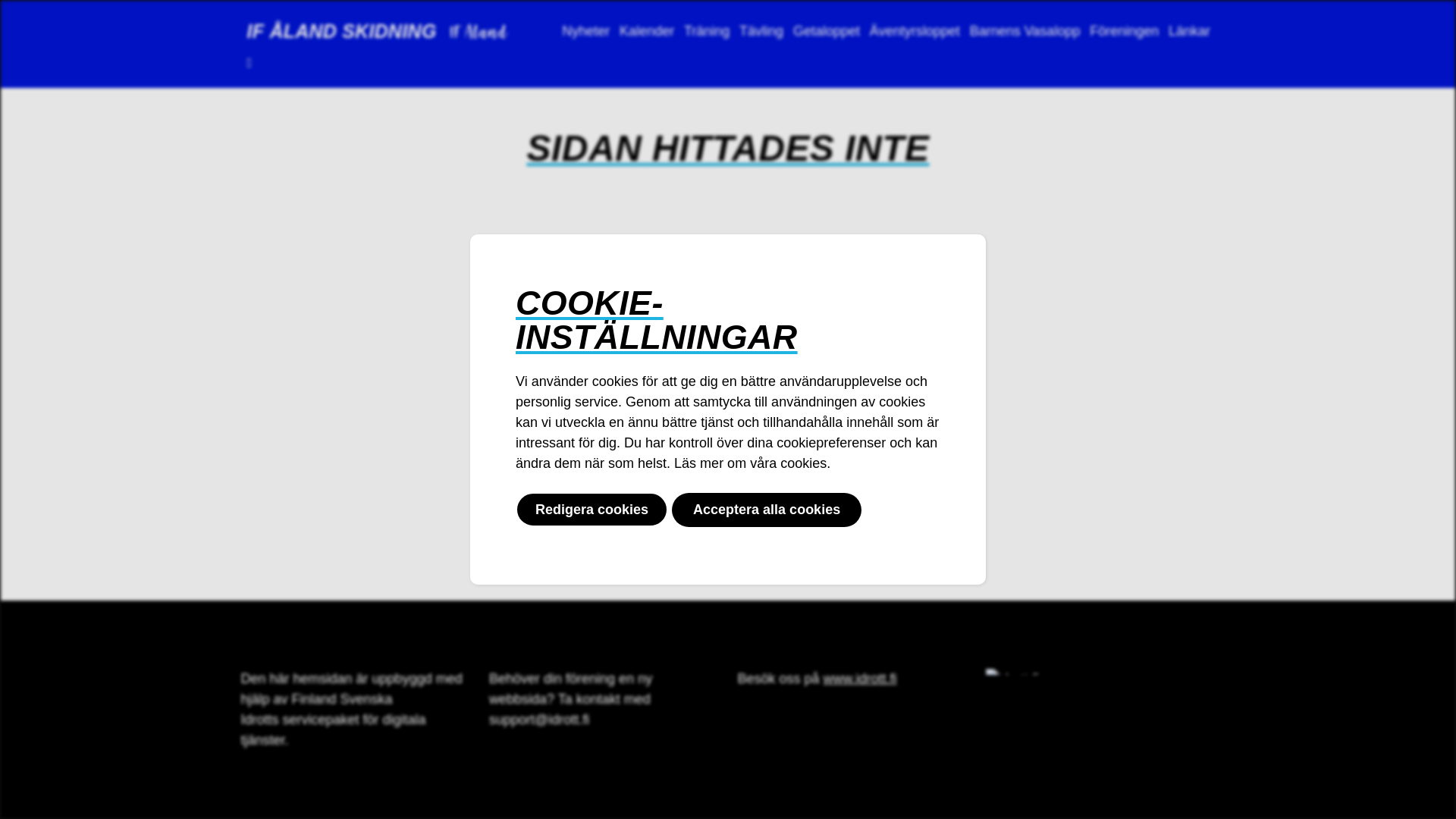  Describe the element at coordinates (860, 677) in the screenshot. I see `'www.idrott.fi'` at that location.